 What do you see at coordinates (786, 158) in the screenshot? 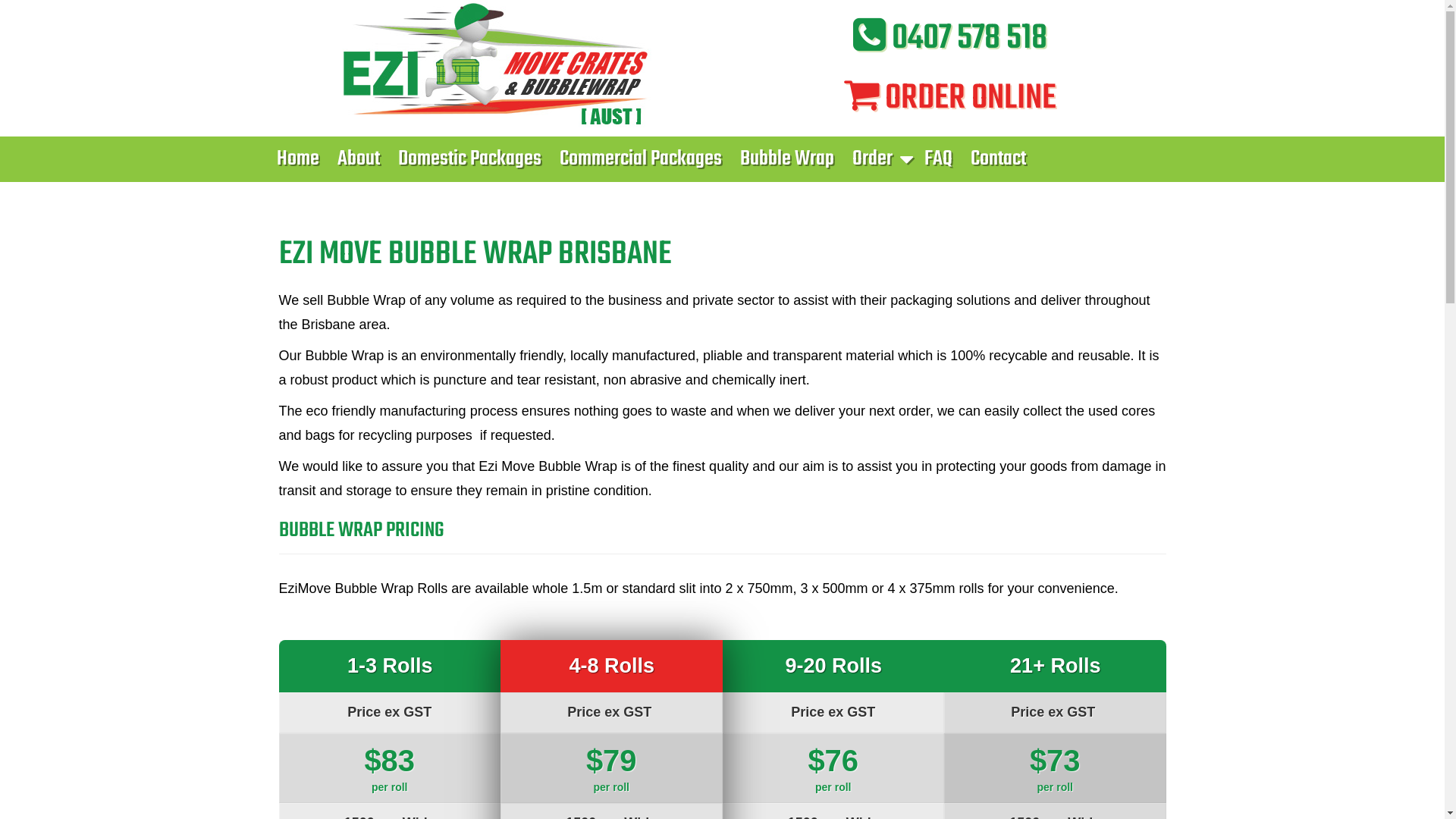
I see `'Bubble Wrap'` at bounding box center [786, 158].